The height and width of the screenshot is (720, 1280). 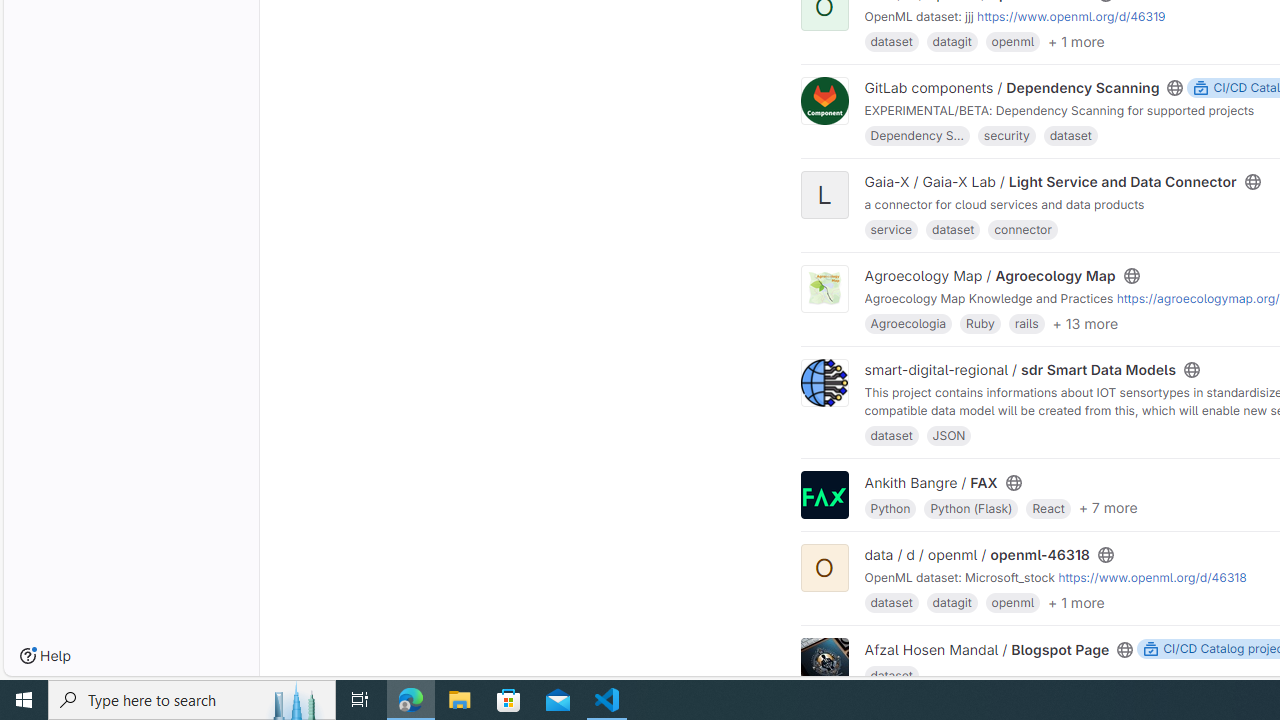 What do you see at coordinates (824, 568) in the screenshot?
I see `'O'` at bounding box center [824, 568].